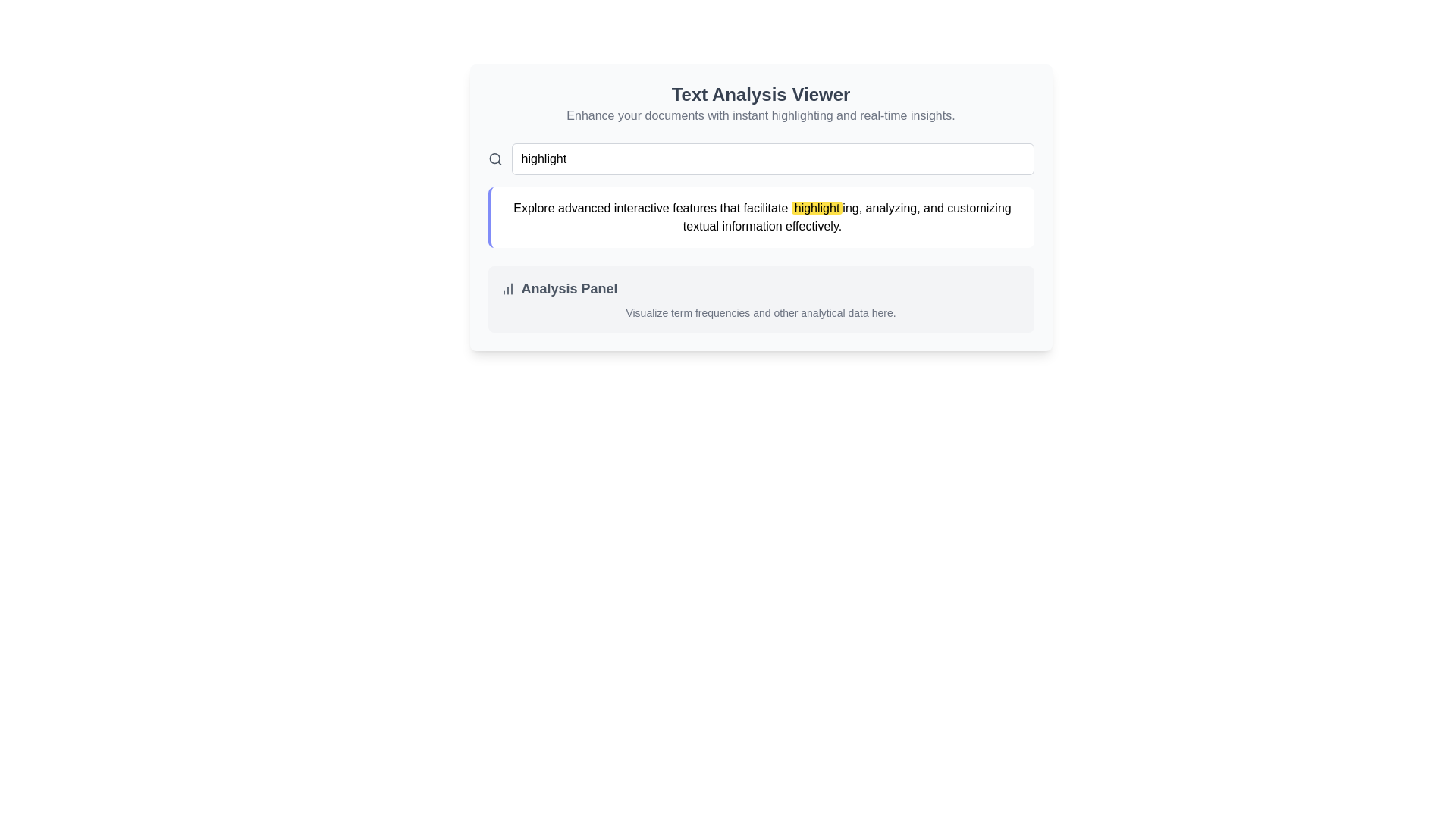 The image size is (1456, 819). I want to click on the circular search icon component located at the upper center of the layout, characterized by a gray outline within the search bar, so click(494, 158).